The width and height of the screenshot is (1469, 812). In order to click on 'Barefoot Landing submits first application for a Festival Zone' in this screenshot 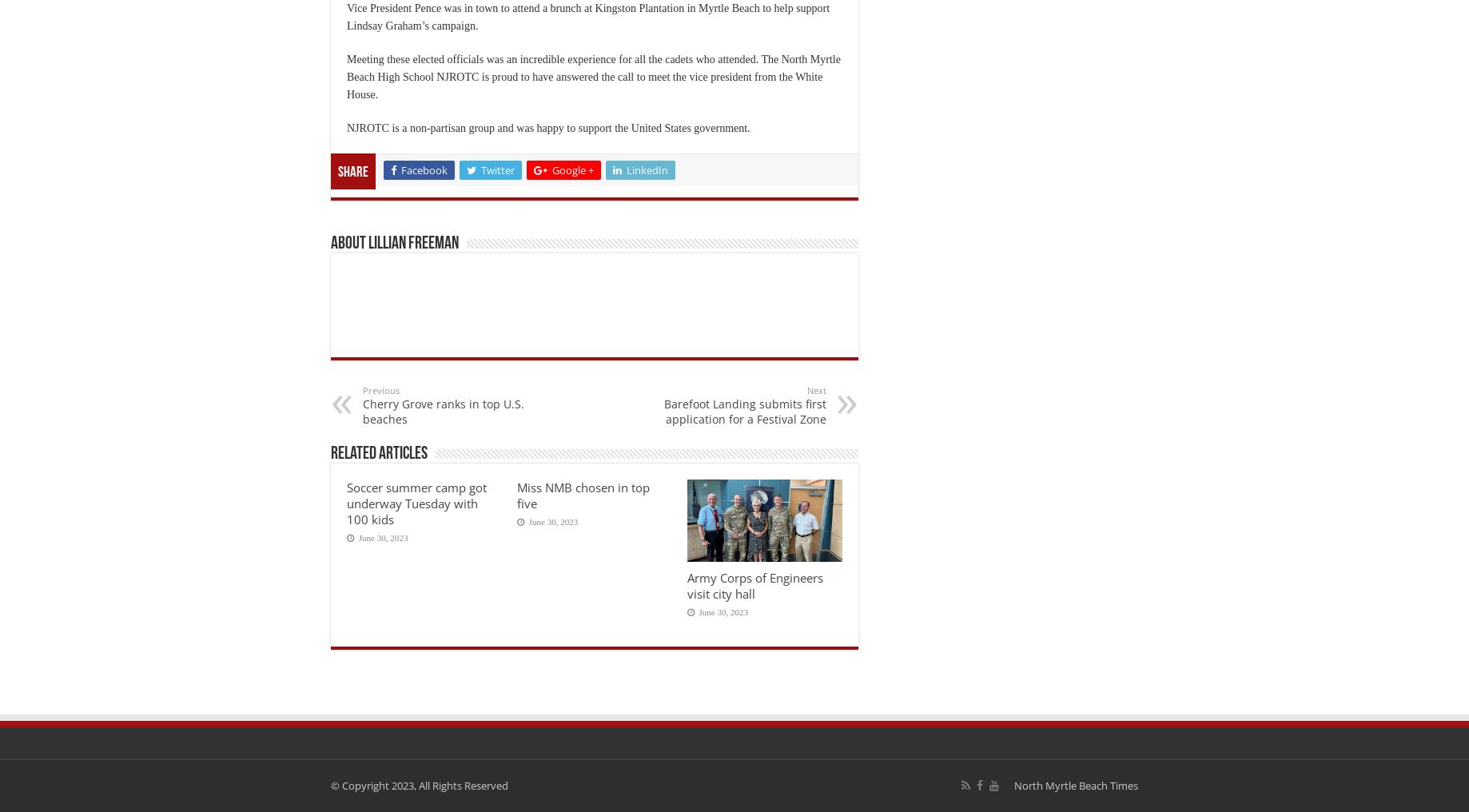, I will do `click(745, 409)`.